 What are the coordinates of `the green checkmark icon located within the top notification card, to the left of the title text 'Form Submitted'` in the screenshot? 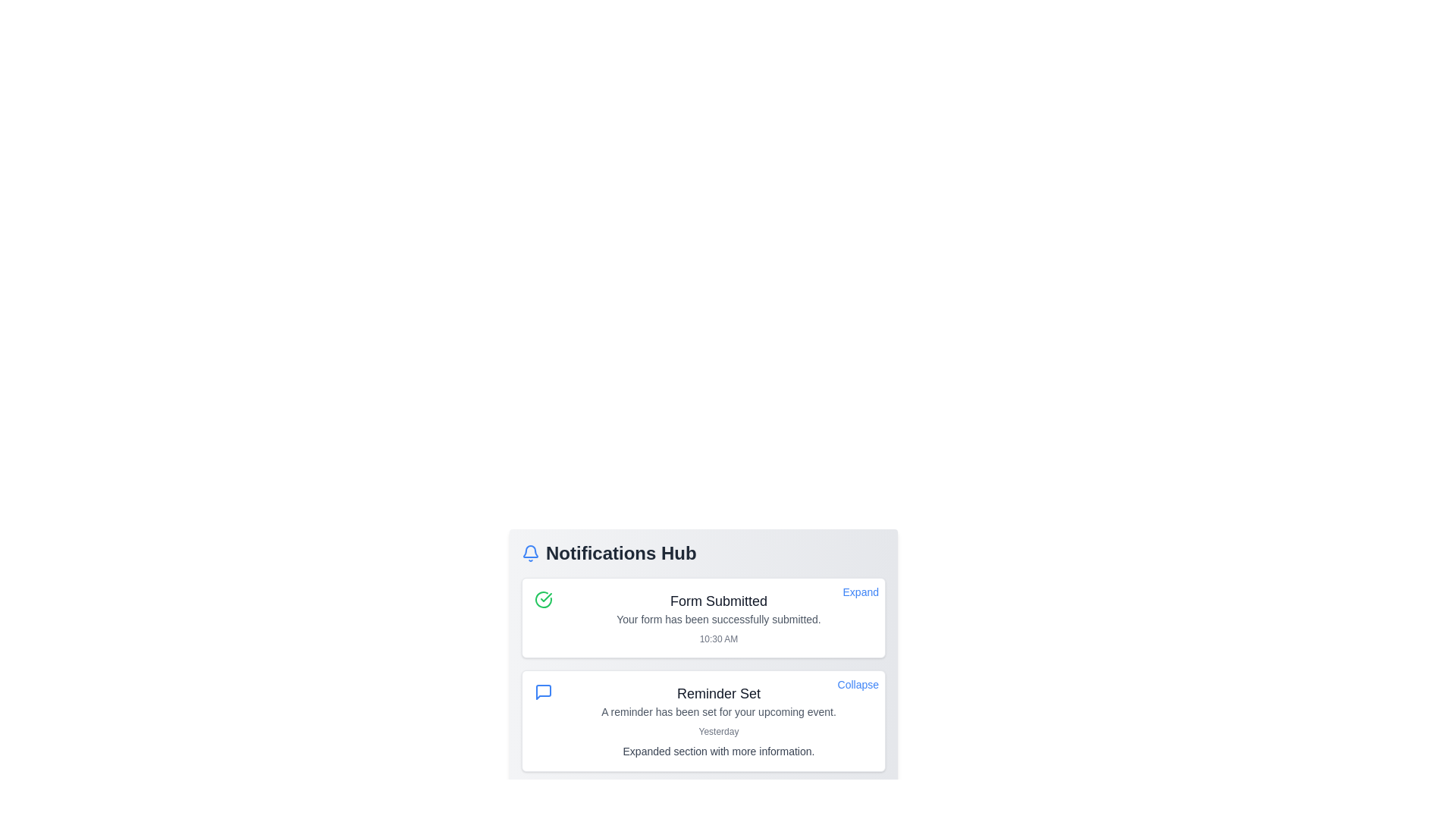 It's located at (546, 596).